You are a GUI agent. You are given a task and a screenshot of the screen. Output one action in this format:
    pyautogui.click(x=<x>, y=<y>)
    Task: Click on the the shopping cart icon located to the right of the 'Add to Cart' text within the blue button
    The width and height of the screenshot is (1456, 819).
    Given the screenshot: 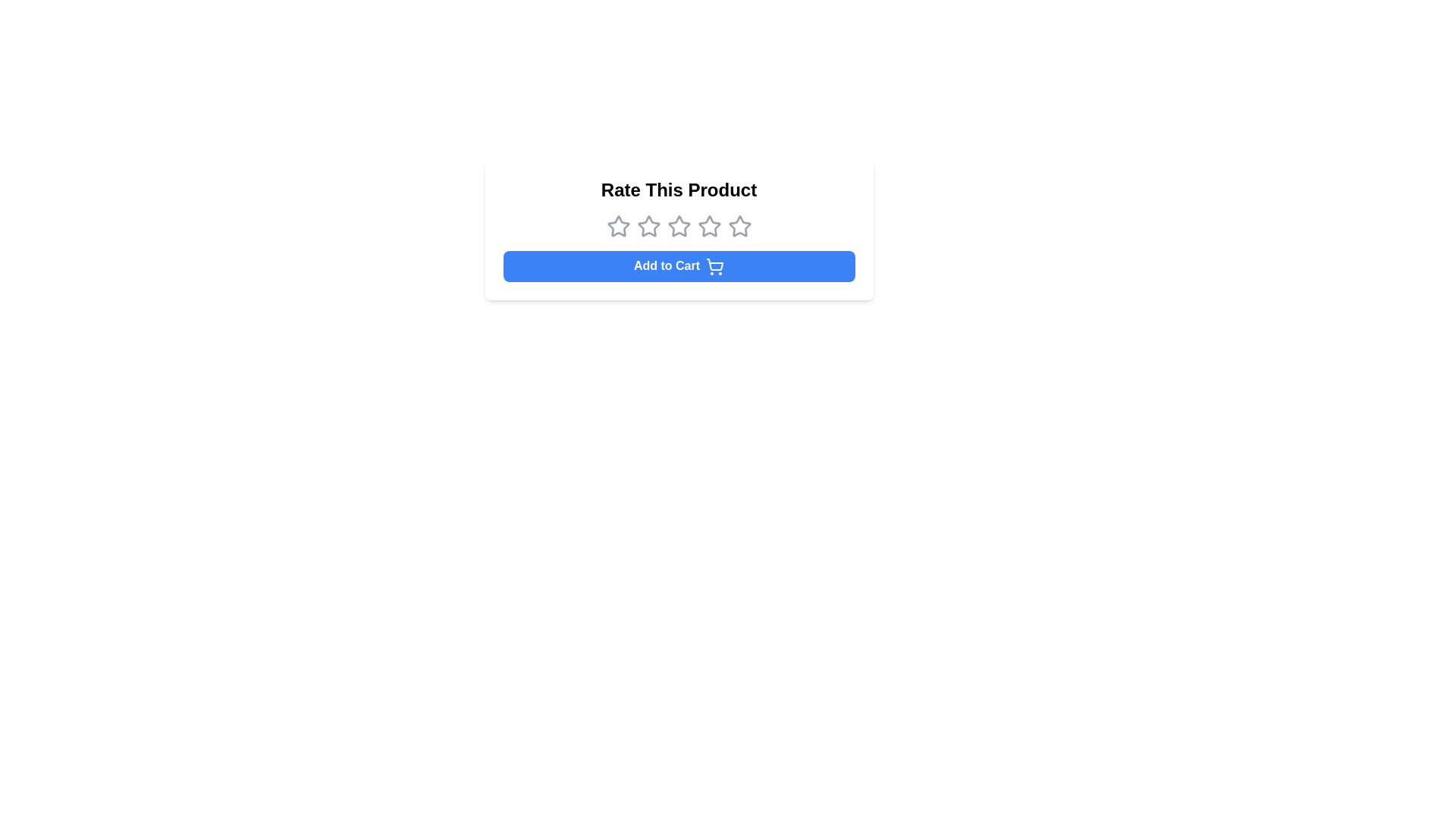 What is the action you would take?
    pyautogui.click(x=714, y=265)
    